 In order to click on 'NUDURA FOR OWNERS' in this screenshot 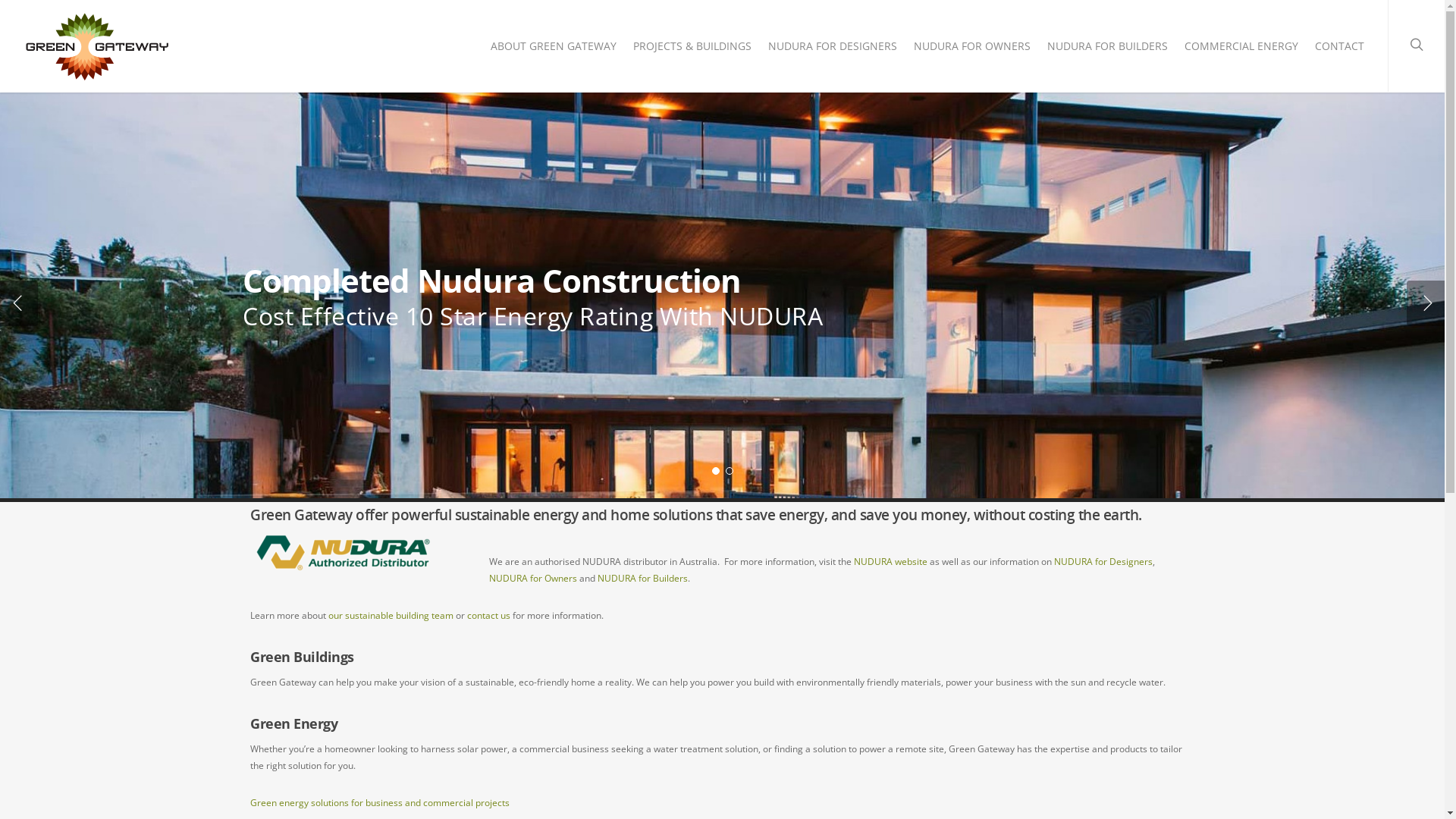, I will do `click(906, 49)`.